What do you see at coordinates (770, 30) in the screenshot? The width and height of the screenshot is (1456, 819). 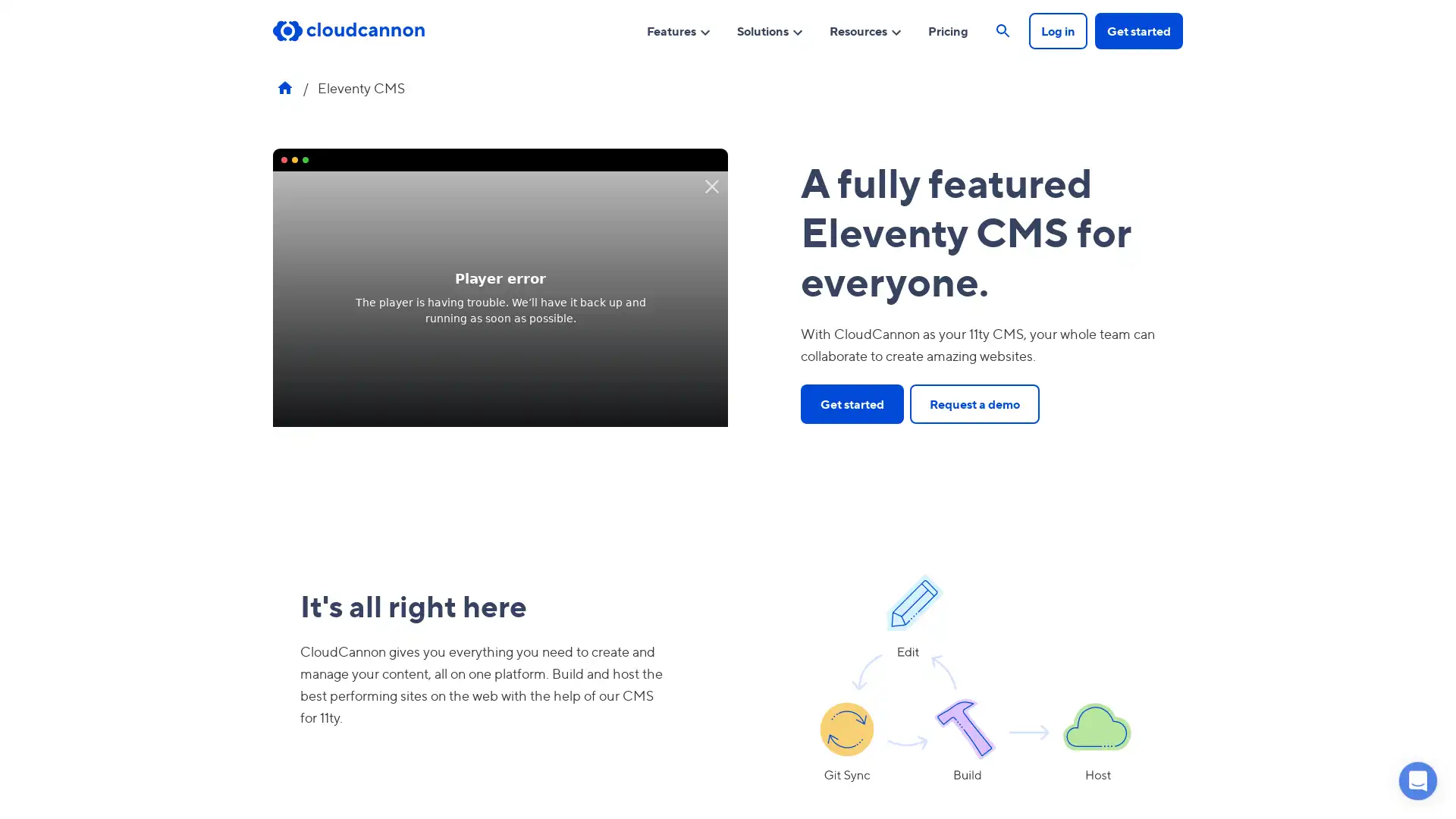 I see `Solutions` at bounding box center [770, 30].